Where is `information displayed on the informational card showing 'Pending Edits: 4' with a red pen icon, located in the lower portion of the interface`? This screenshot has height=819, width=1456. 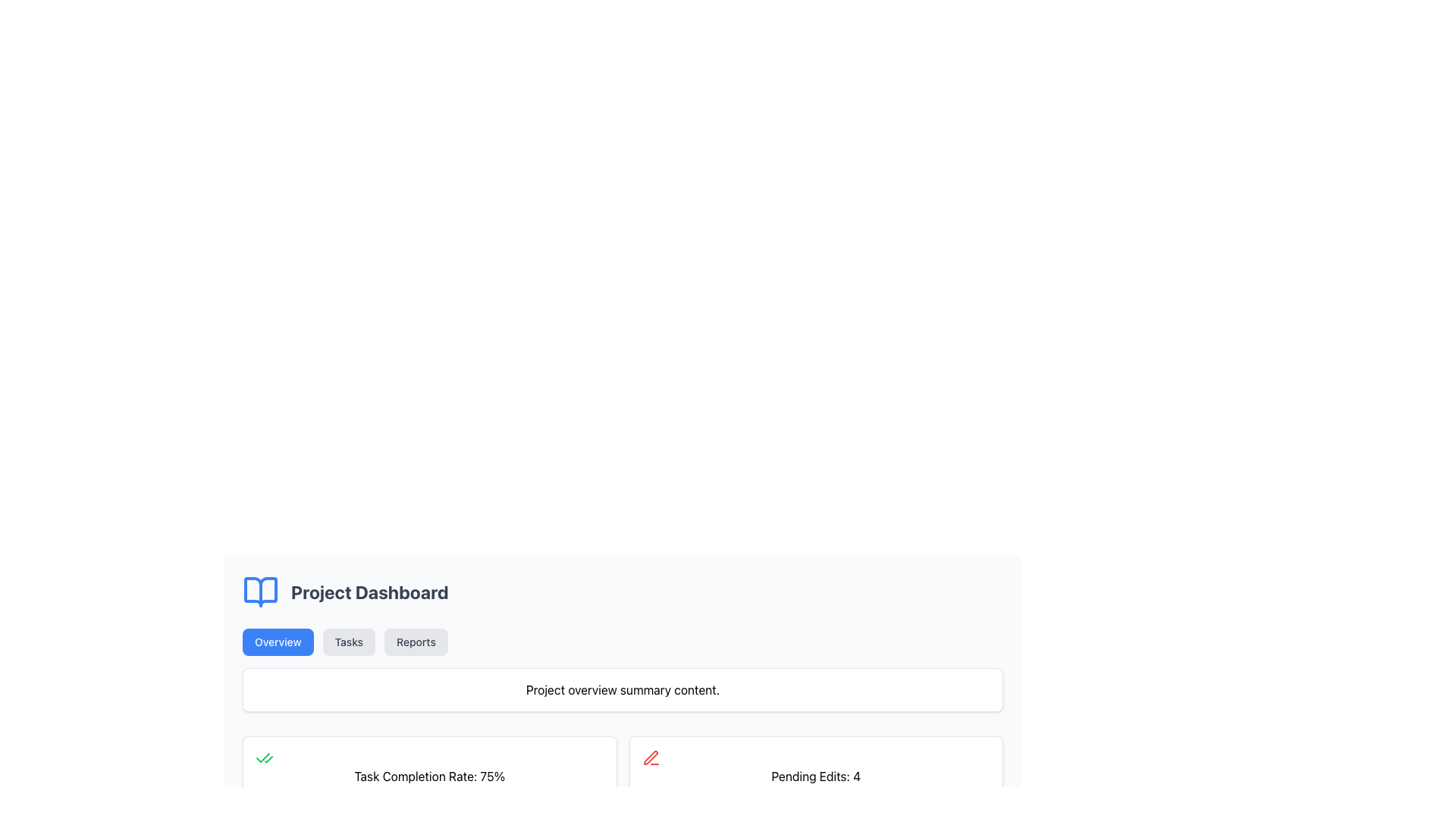
information displayed on the informational card showing 'Pending Edits: 4' with a red pen icon, located in the lower portion of the interface is located at coordinates (815, 767).